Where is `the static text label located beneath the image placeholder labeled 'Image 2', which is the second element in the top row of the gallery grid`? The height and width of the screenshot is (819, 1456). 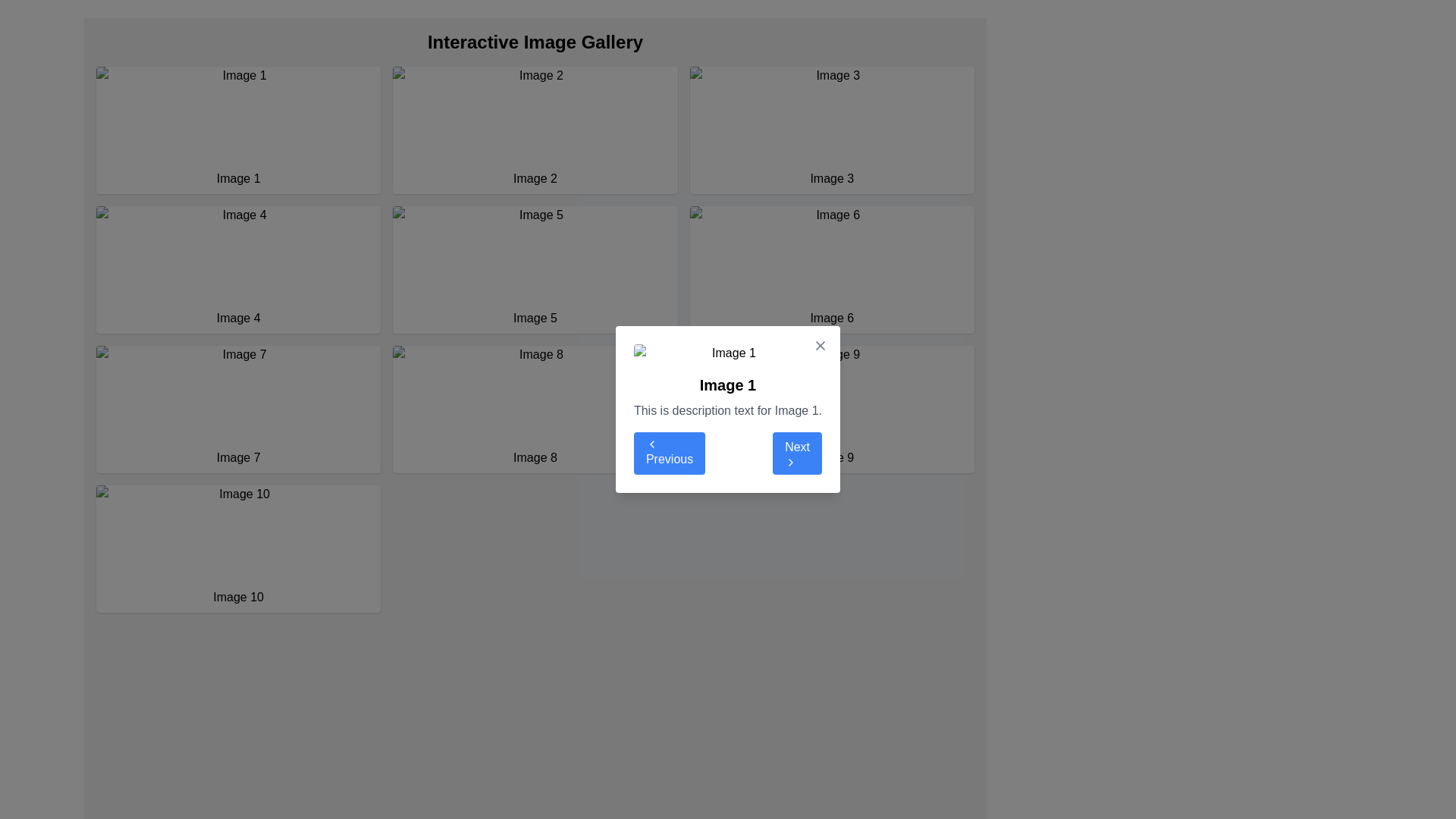 the static text label located beneath the image placeholder labeled 'Image 2', which is the second element in the top row of the gallery grid is located at coordinates (535, 177).